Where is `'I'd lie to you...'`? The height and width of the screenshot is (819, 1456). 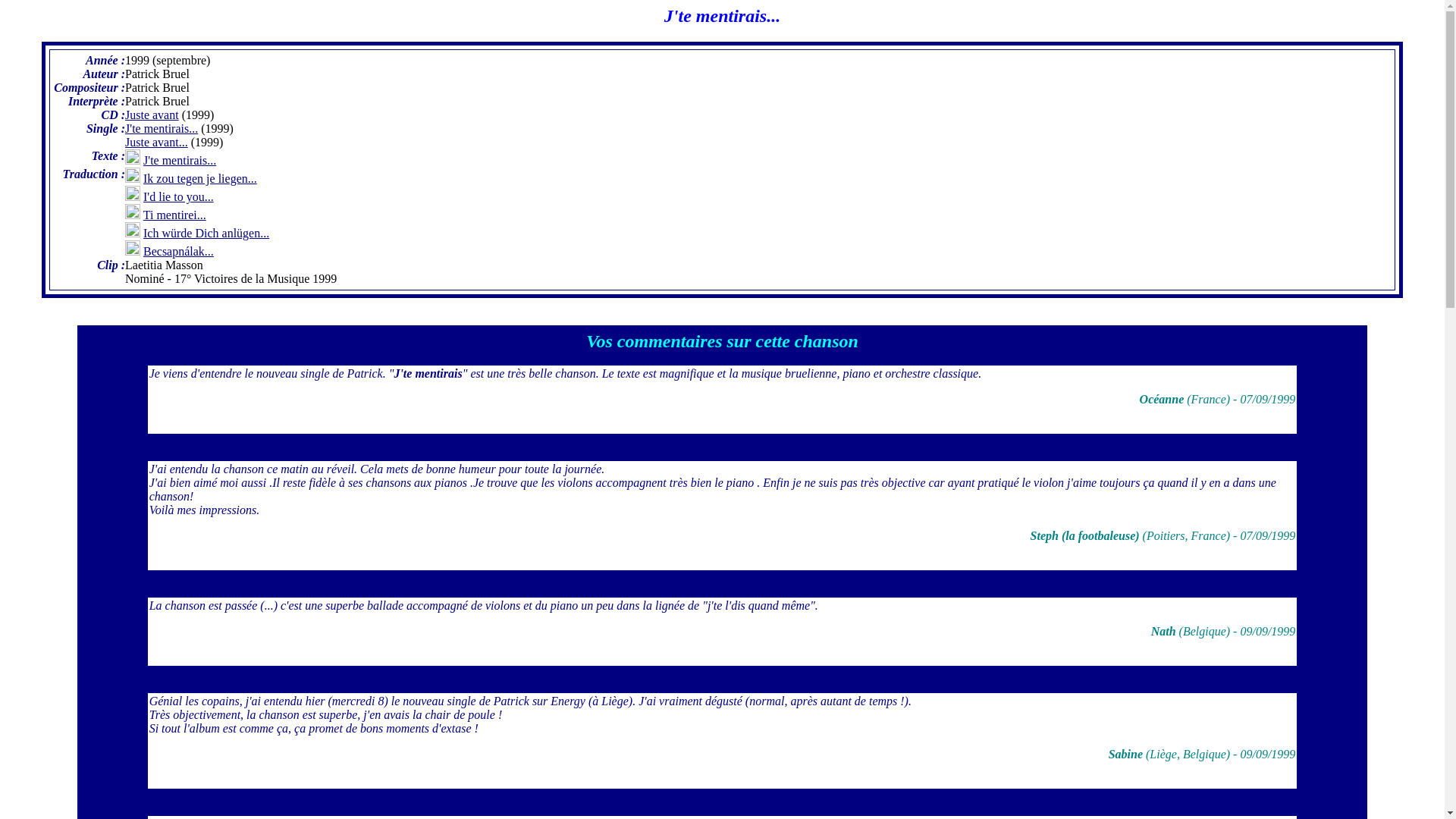 'I'd lie to you...' is located at coordinates (178, 196).